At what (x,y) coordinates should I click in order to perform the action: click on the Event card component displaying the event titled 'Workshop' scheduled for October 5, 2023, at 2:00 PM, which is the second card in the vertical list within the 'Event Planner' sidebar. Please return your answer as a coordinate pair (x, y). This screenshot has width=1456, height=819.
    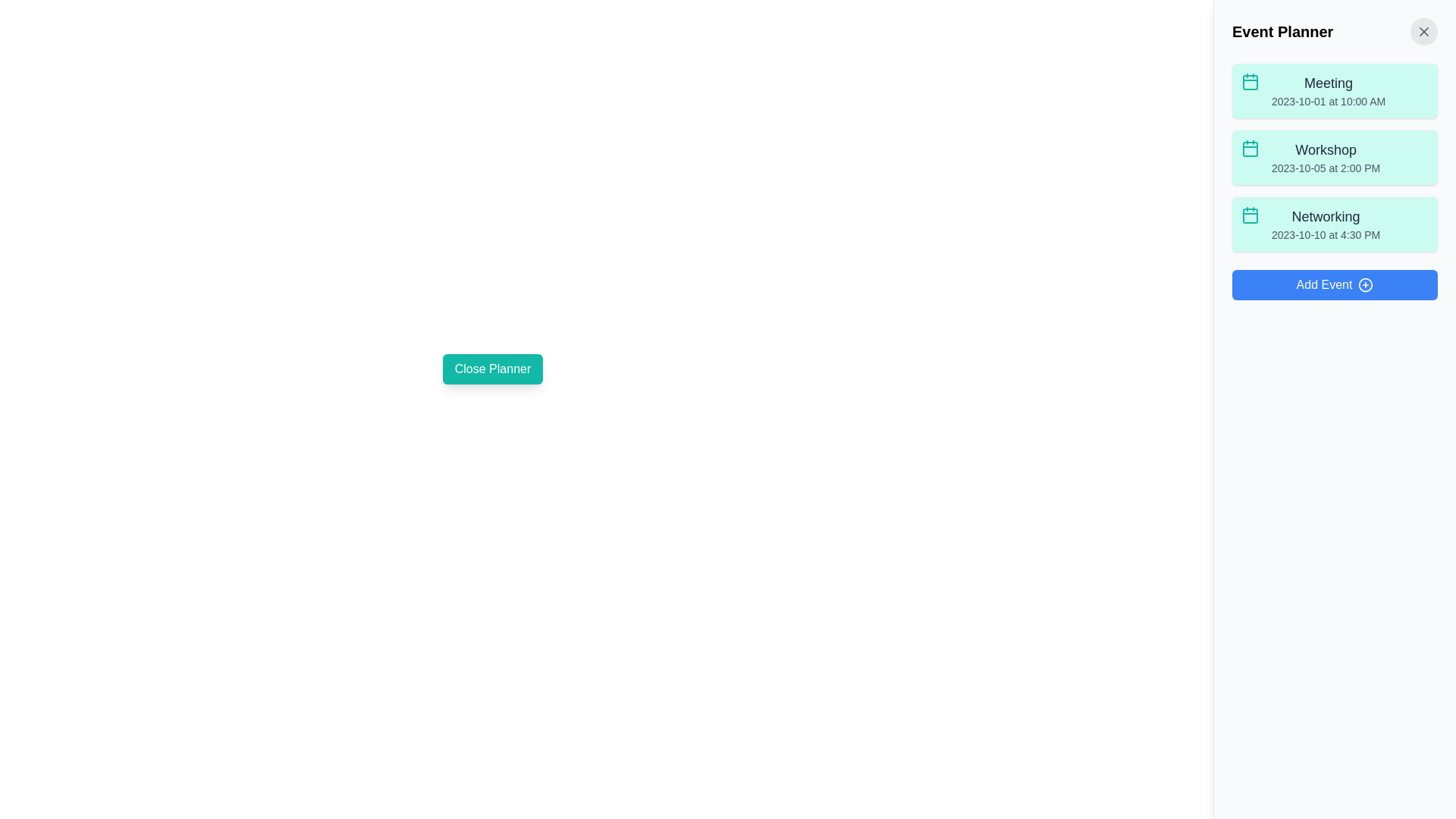
    Looking at the image, I should click on (1335, 158).